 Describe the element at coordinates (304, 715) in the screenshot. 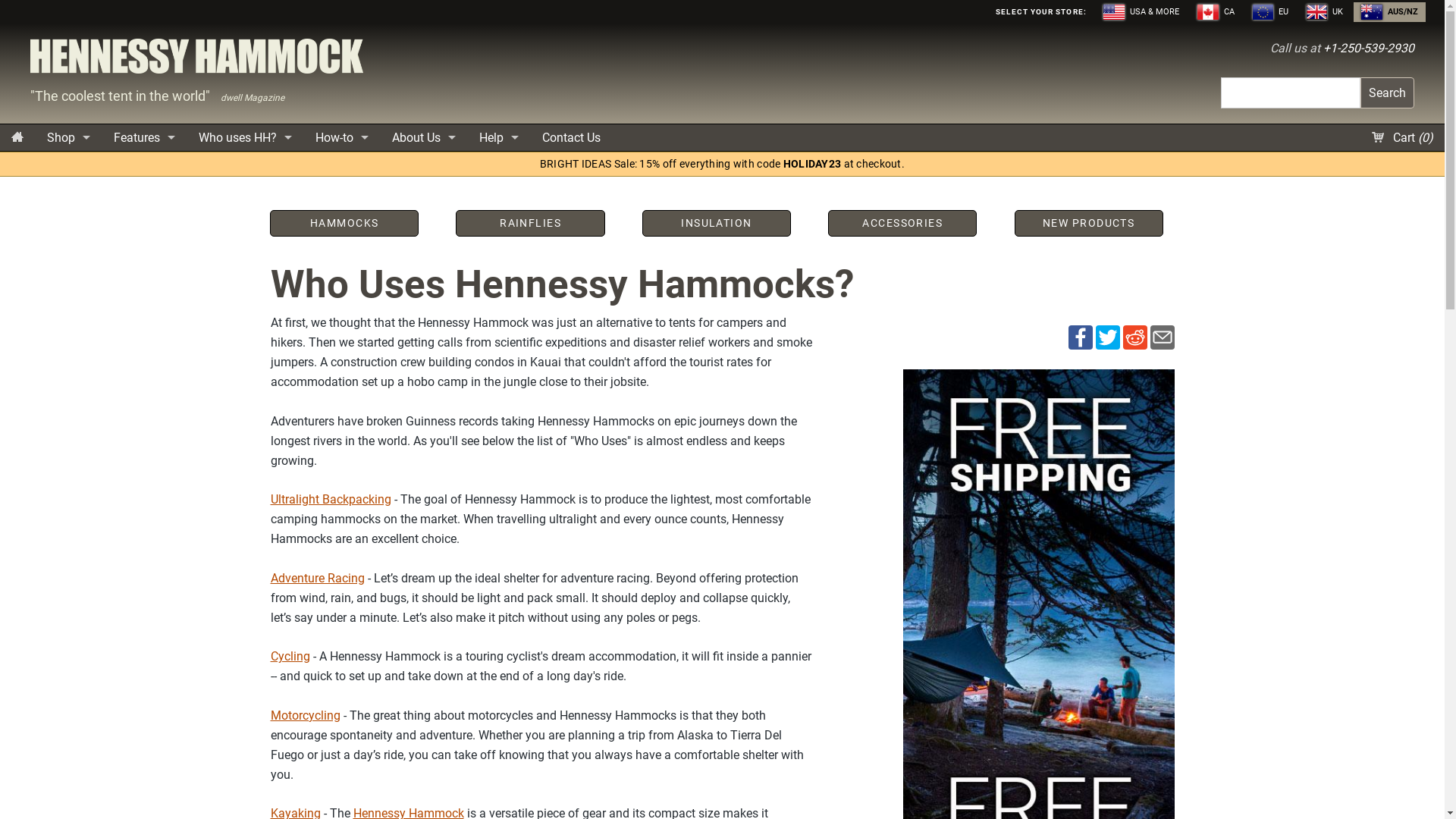

I see `'Motorcycling'` at that location.